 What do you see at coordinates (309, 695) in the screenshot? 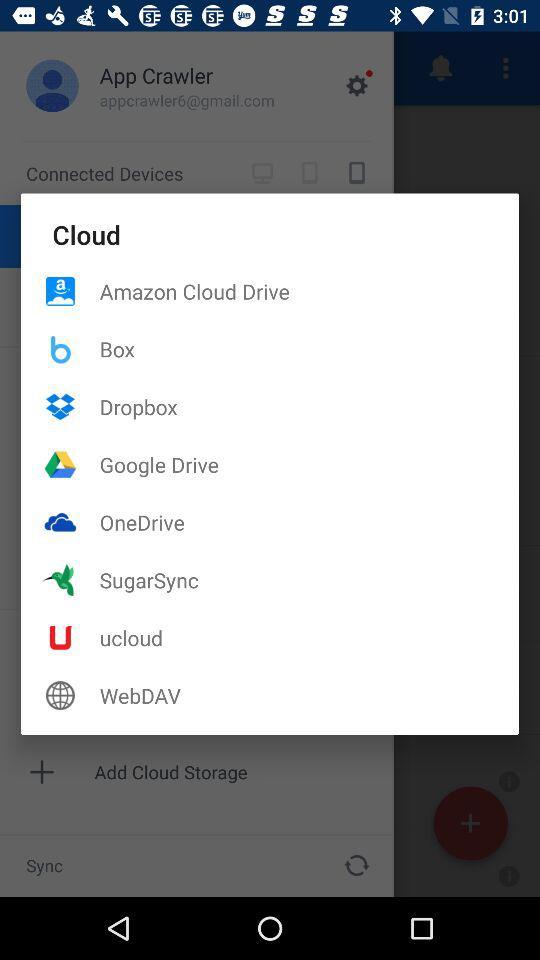
I see `the item at the bottom` at bounding box center [309, 695].